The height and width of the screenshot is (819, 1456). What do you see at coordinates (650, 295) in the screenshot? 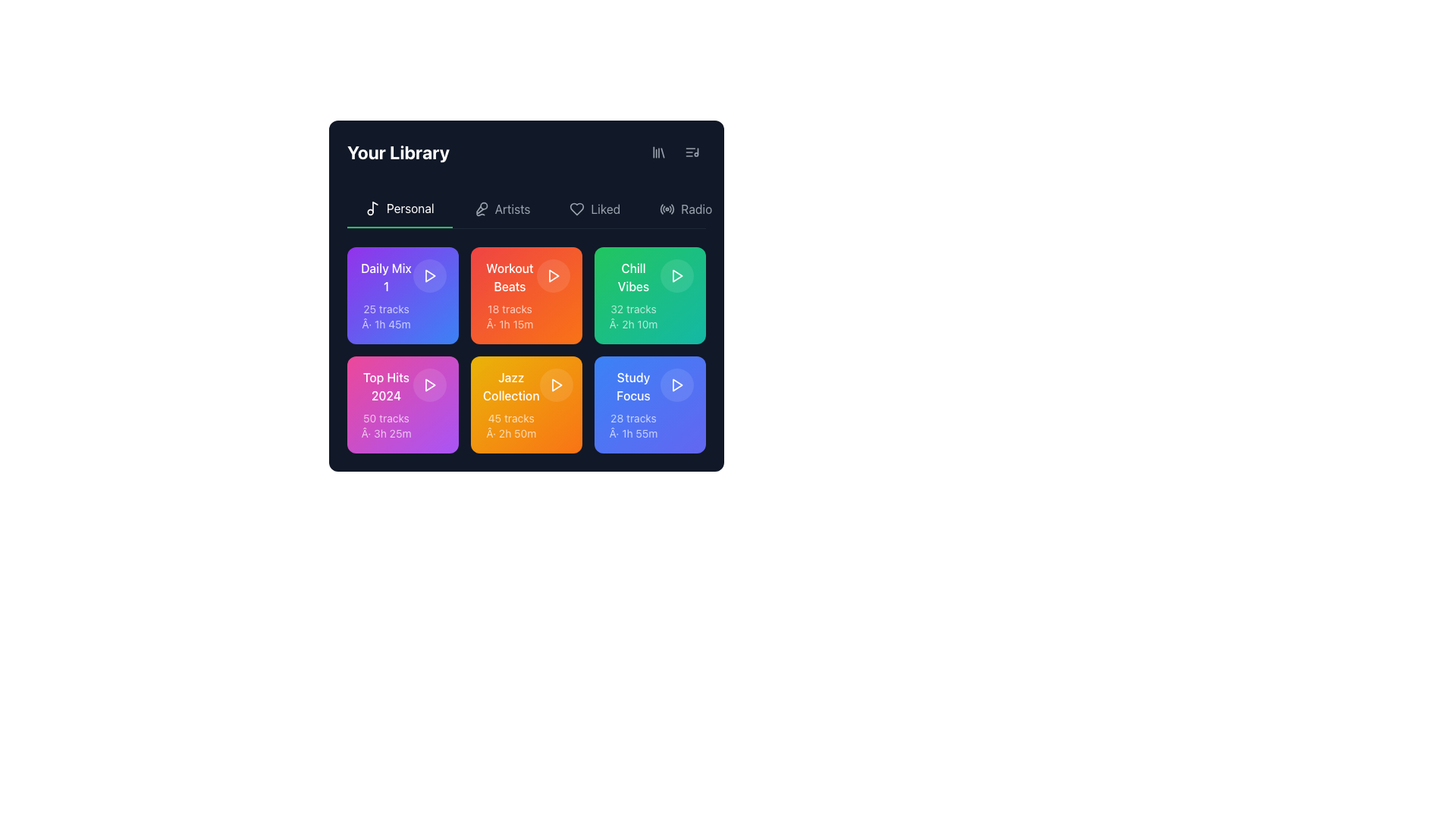
I see `the play button located on the 'Chill Vibes' informational tile` at bounding box center [650, 295].